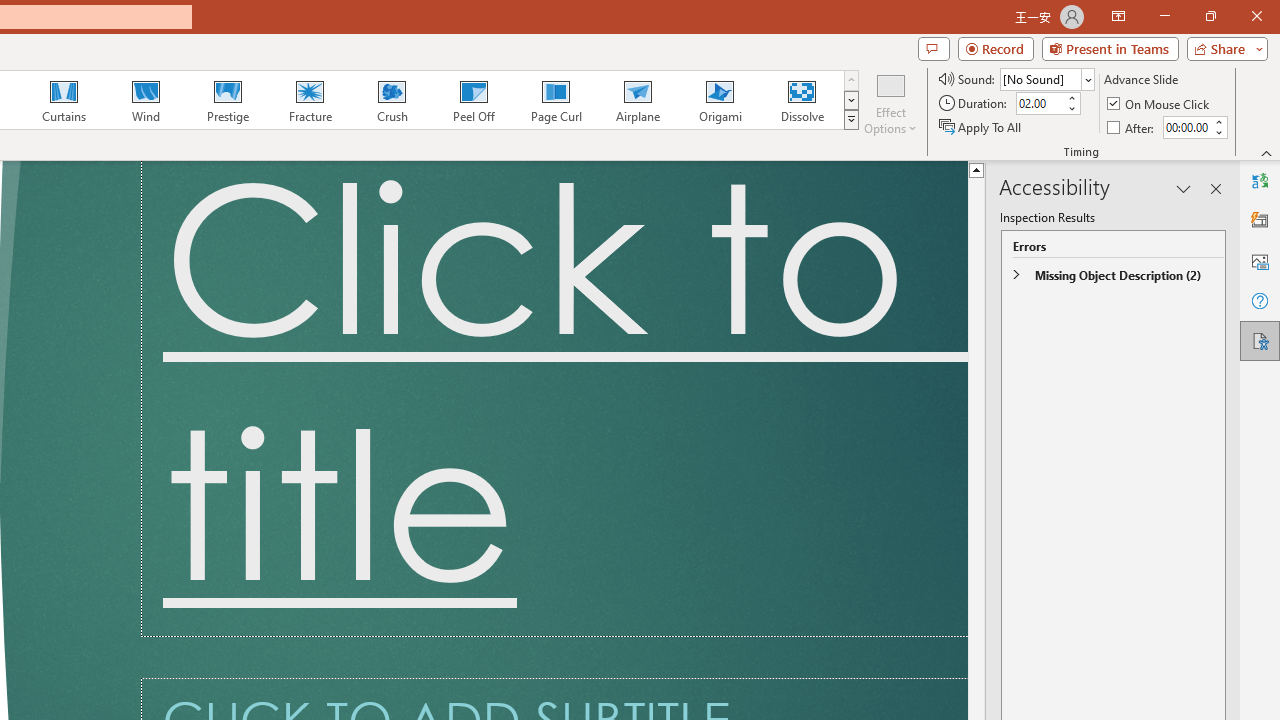 The image size is (1280, 720). I want to click on 'Prestige', so click(227, 100).